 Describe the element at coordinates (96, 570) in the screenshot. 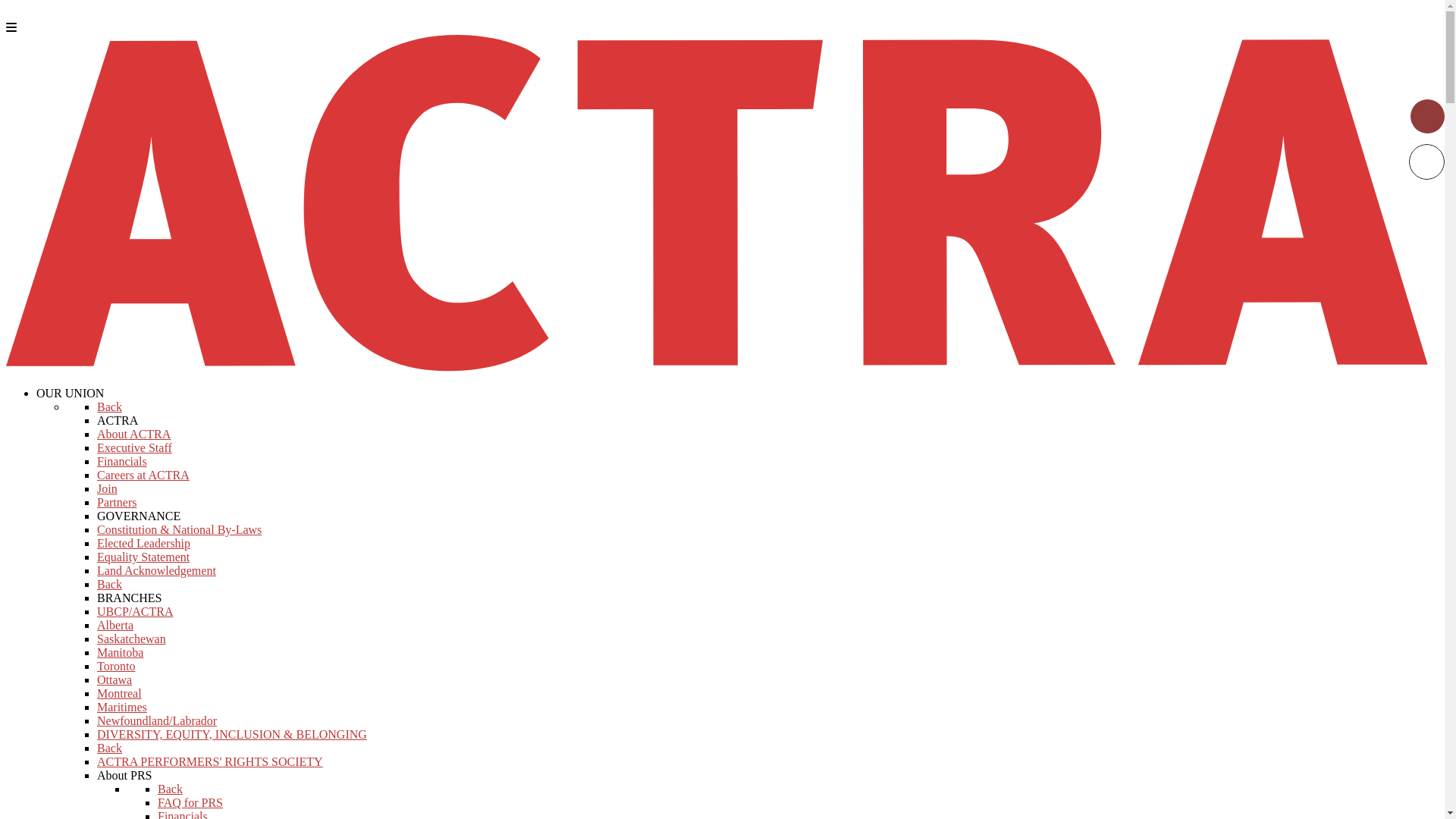

I see `'Land Acknowledgement'` at that location.